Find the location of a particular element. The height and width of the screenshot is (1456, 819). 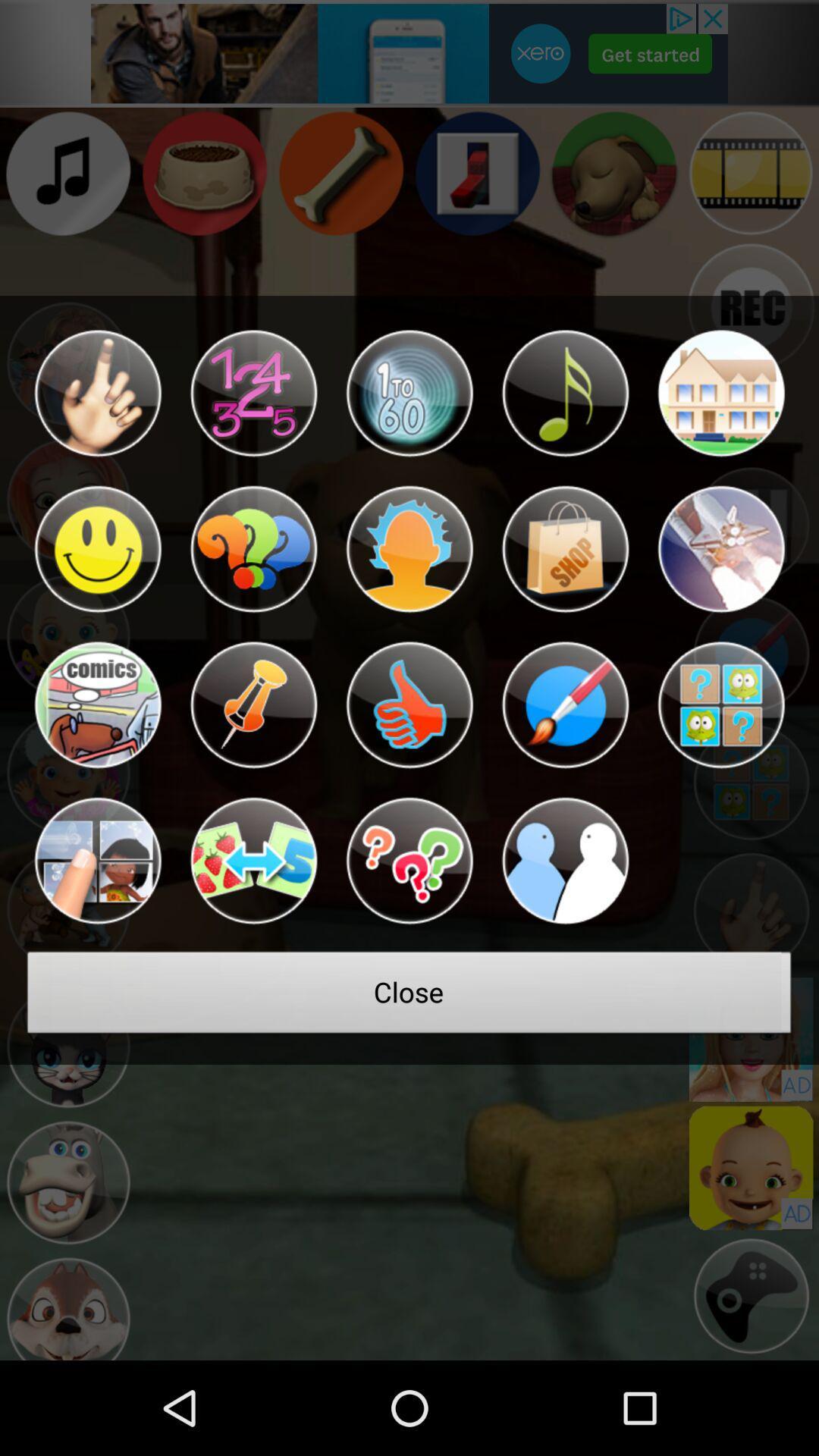

the edit icon is located at coordinates (565, 755).